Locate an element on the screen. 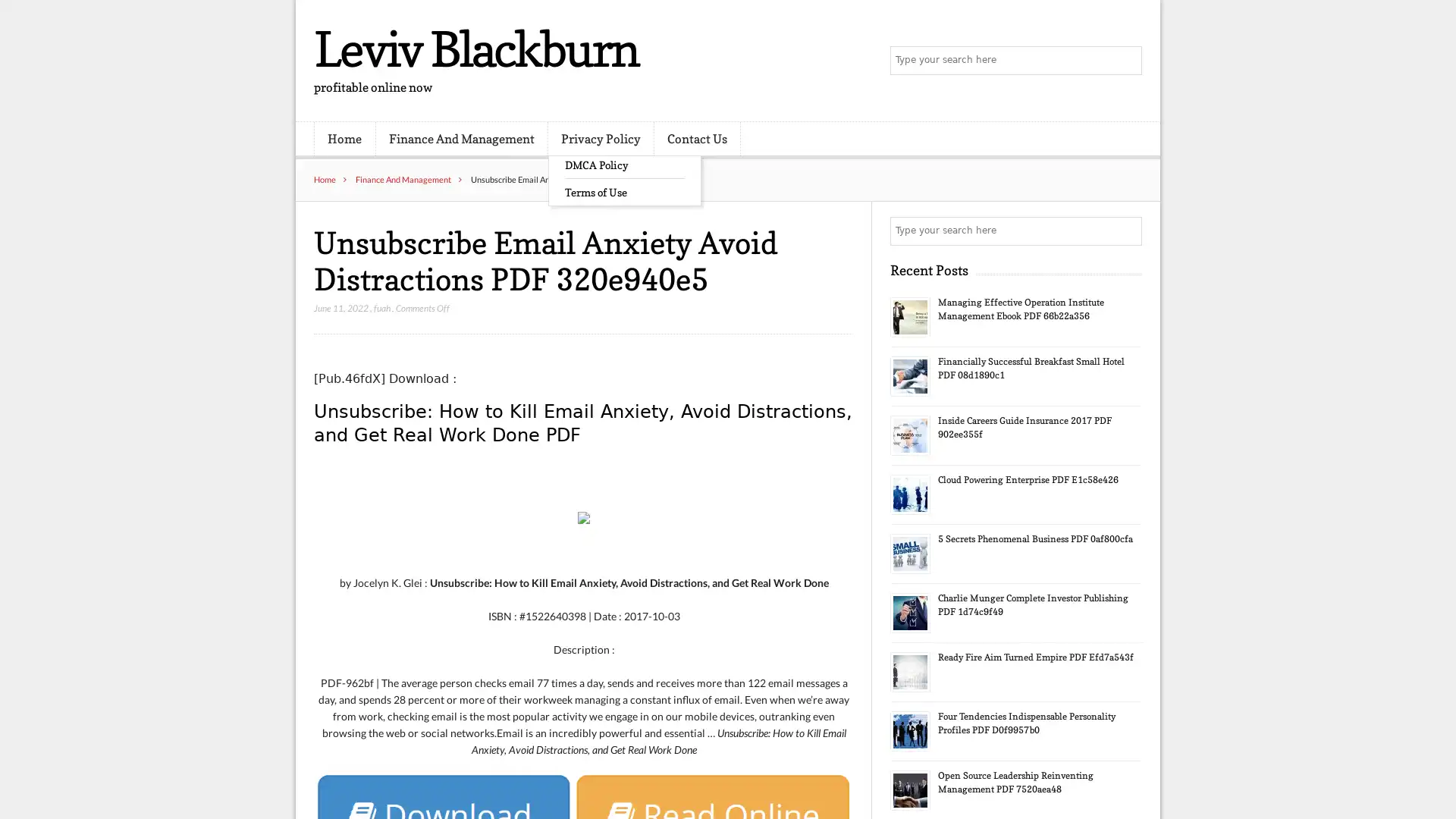 This screenshot has width=1456, height=819. Search is located at coordinates (1126, 231).